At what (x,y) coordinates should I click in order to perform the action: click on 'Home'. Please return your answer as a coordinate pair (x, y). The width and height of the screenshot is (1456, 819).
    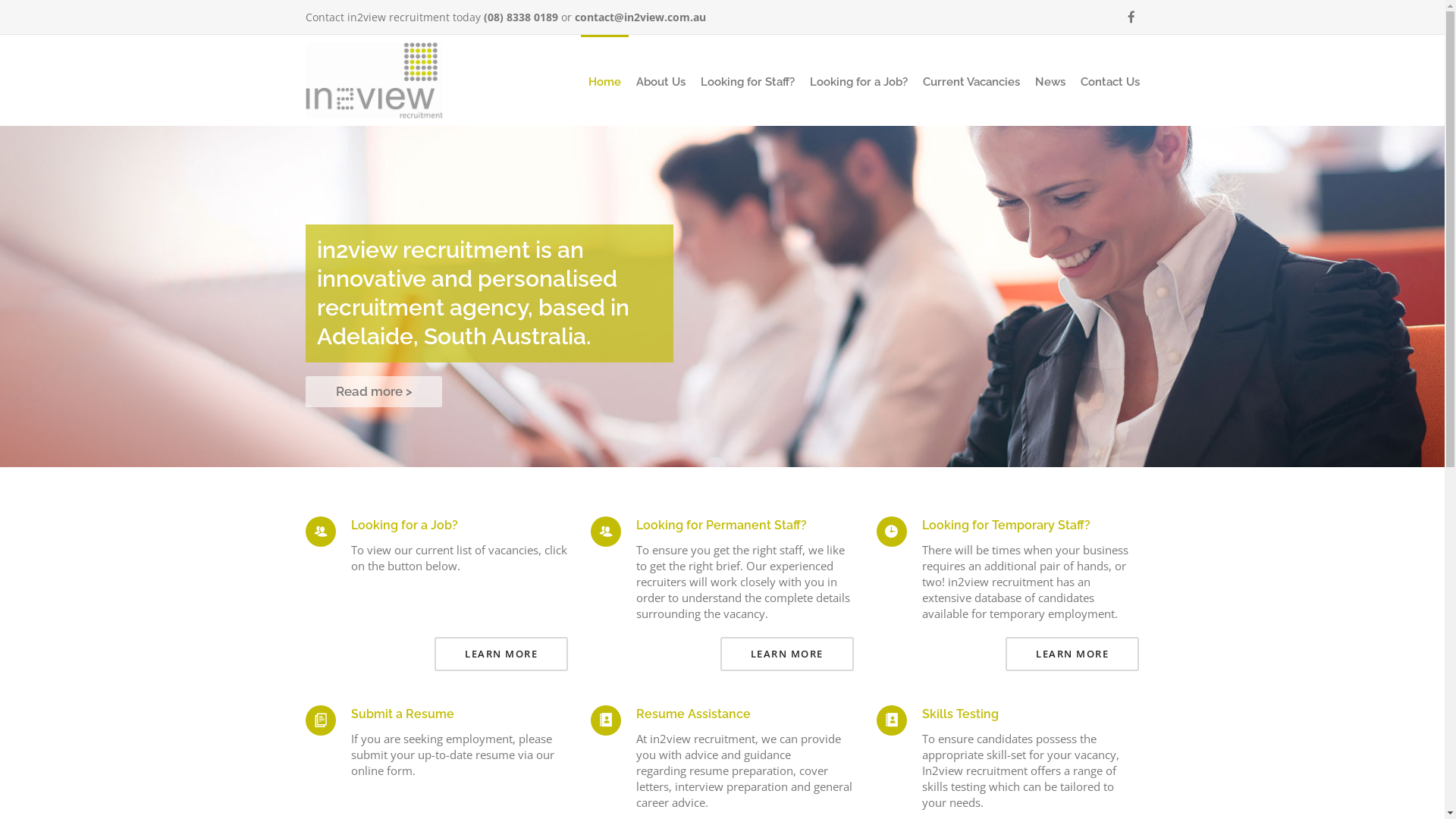
    Looking at the image, I should click on (604, 82).